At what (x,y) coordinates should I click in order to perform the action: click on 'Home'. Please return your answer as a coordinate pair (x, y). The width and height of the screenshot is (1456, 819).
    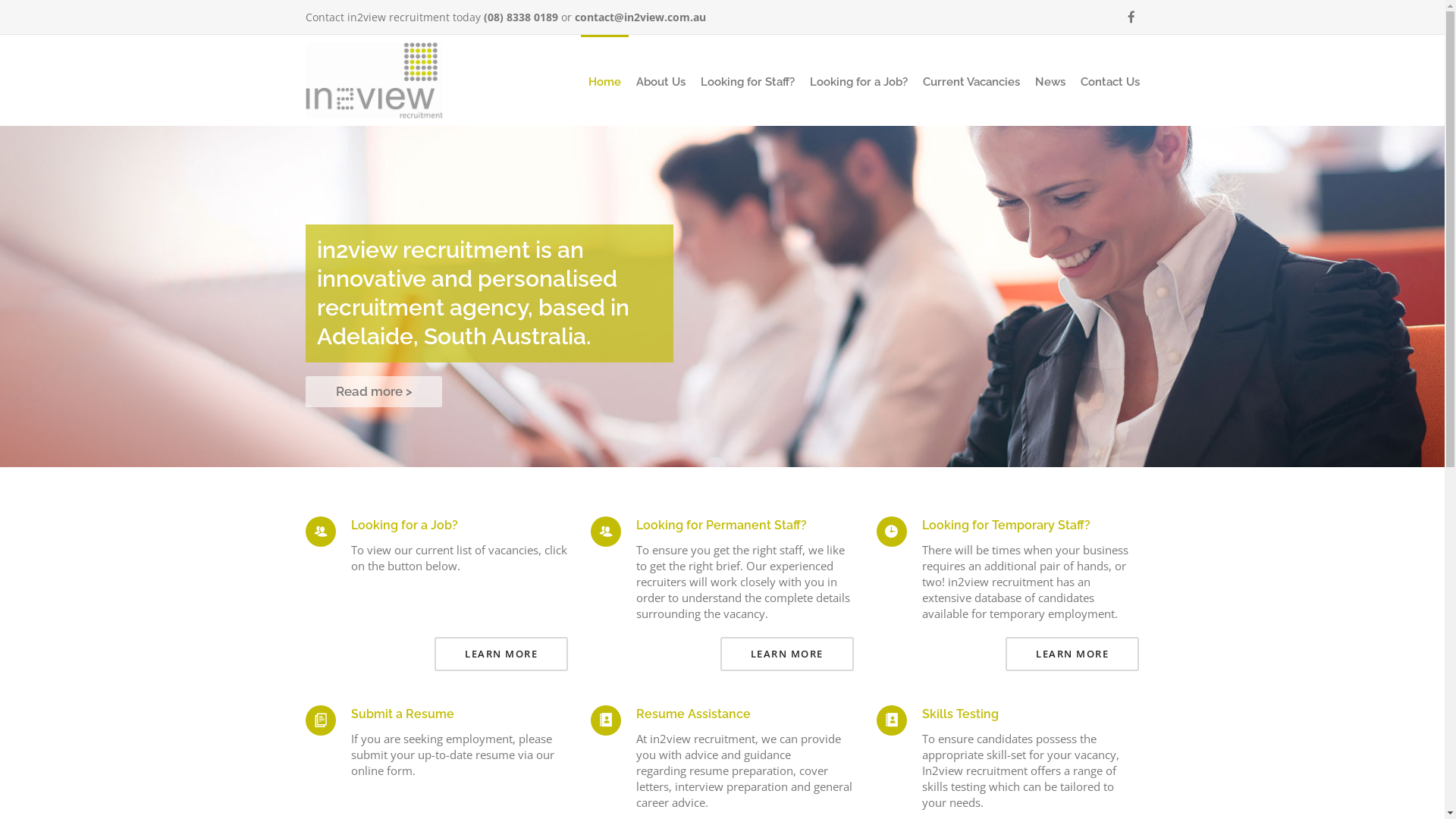
    Looking at the image, I should click on (604, 82).